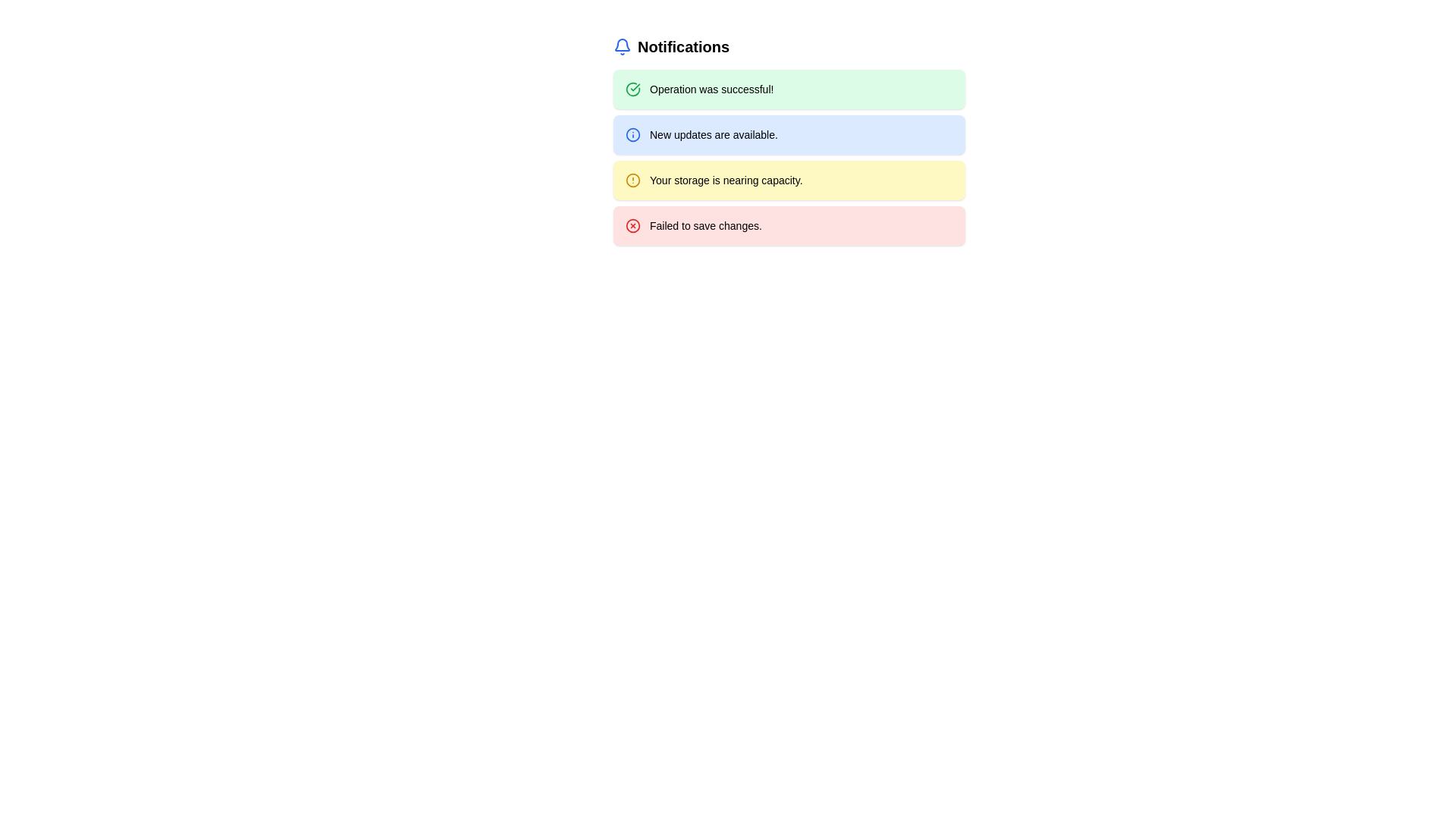 The height and width of the screenshot is (819, 1456). I want to click on warning notification text displayed in the third position of the vertically stacked notification list, which indicates that storage capacity is nearing its limit, so click(789, 180).